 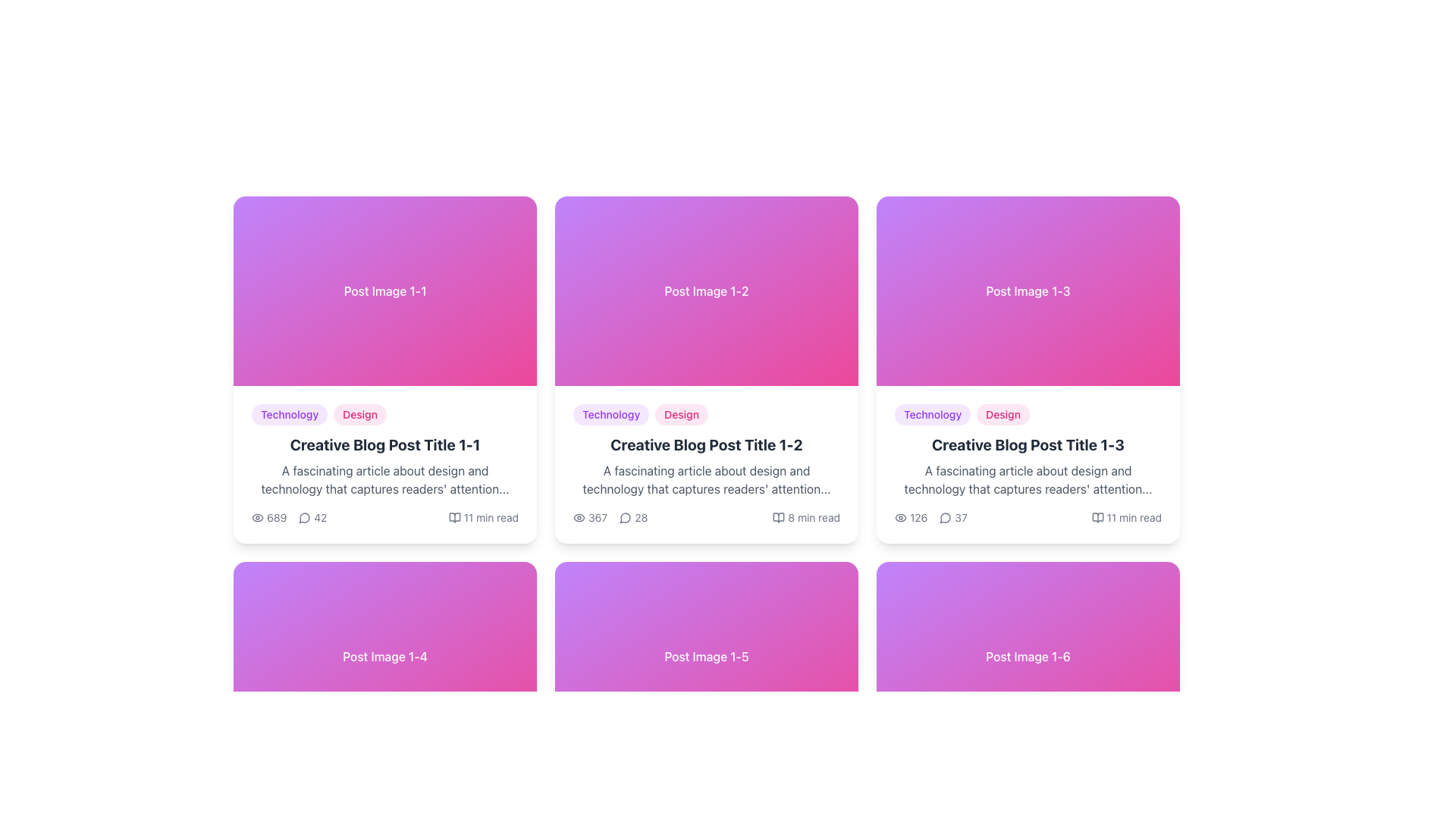 What do you see at coordinates (1028, 516) in the screenshot?
I see `the Informational Section located at the bottom of the third card from the left in the grid layout for more data` at bounding box center [1028, 516].